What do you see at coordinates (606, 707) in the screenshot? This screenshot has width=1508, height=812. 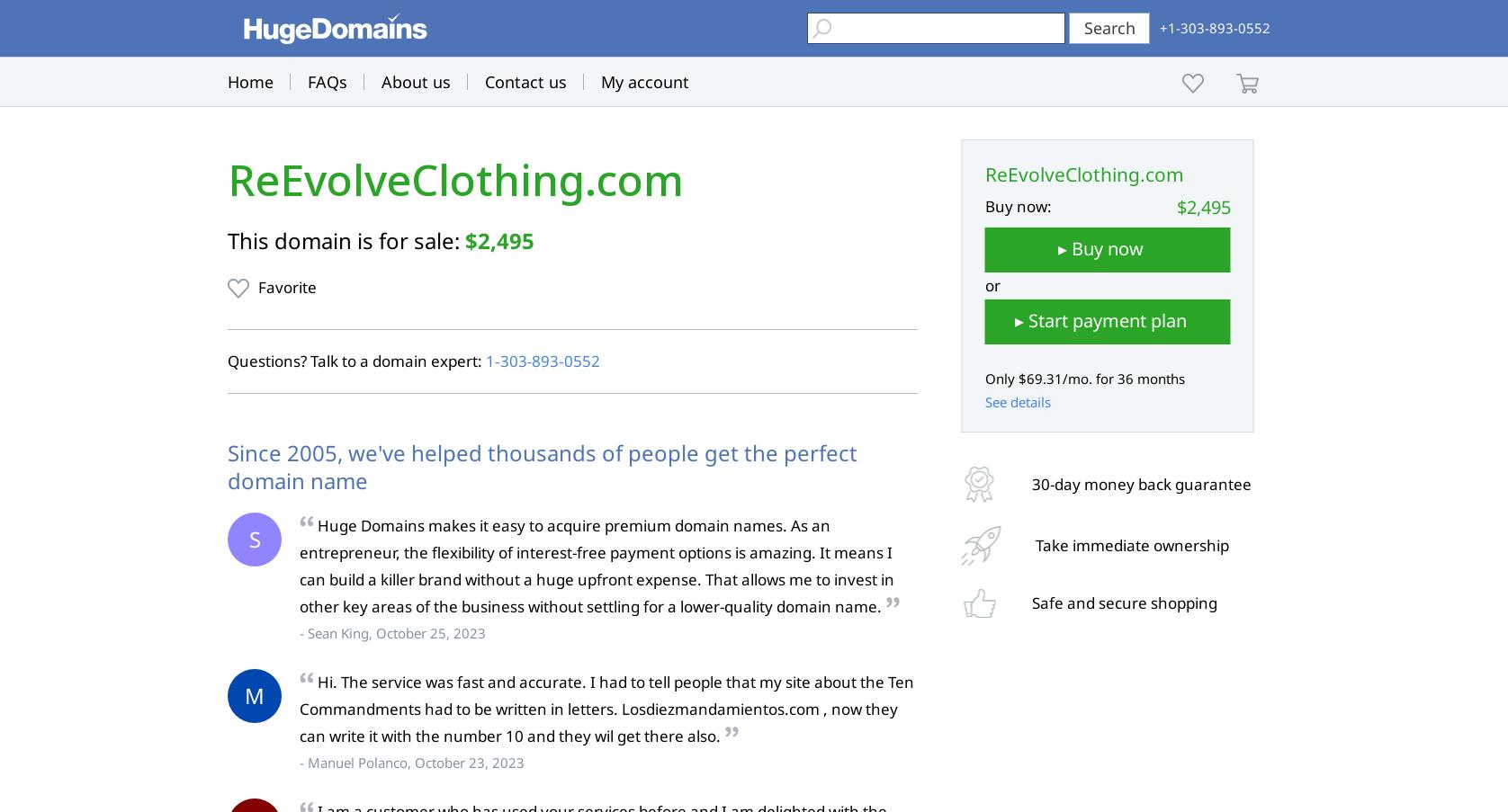 I see `'Hi. The service was fast and accurate.
I had to tell people that my site about the Ten Commandments had to be written in letters. Losdiezmandamientos.com , now they can write it with the number 10 and they wil get there also.'` at bounding box center [606, 707].